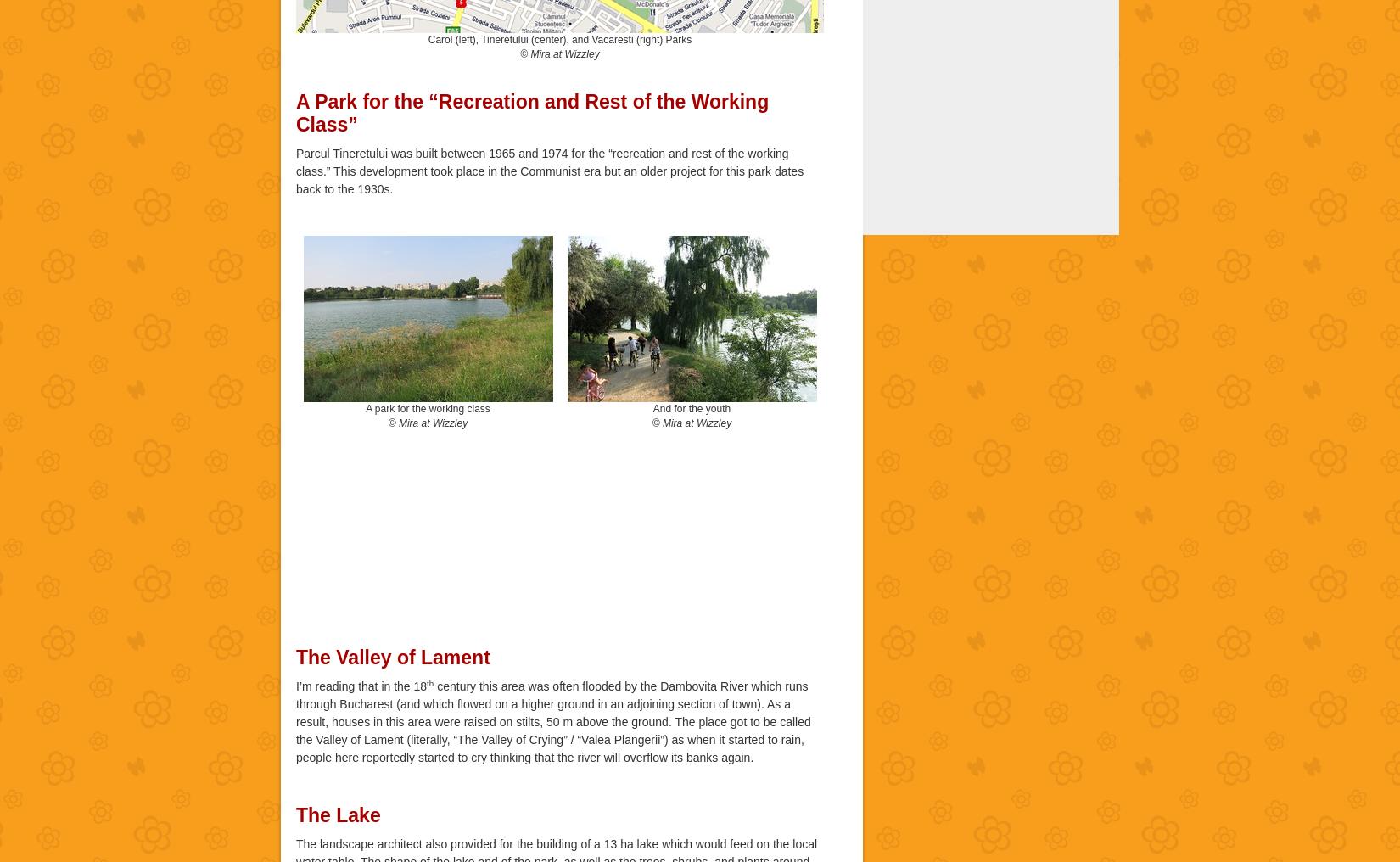 This screenshot has height=862, width=1400. What do you see at coordinates (338, 814) in the screenshot?
I see `'The Lake'` at bounding box center [338, 814].